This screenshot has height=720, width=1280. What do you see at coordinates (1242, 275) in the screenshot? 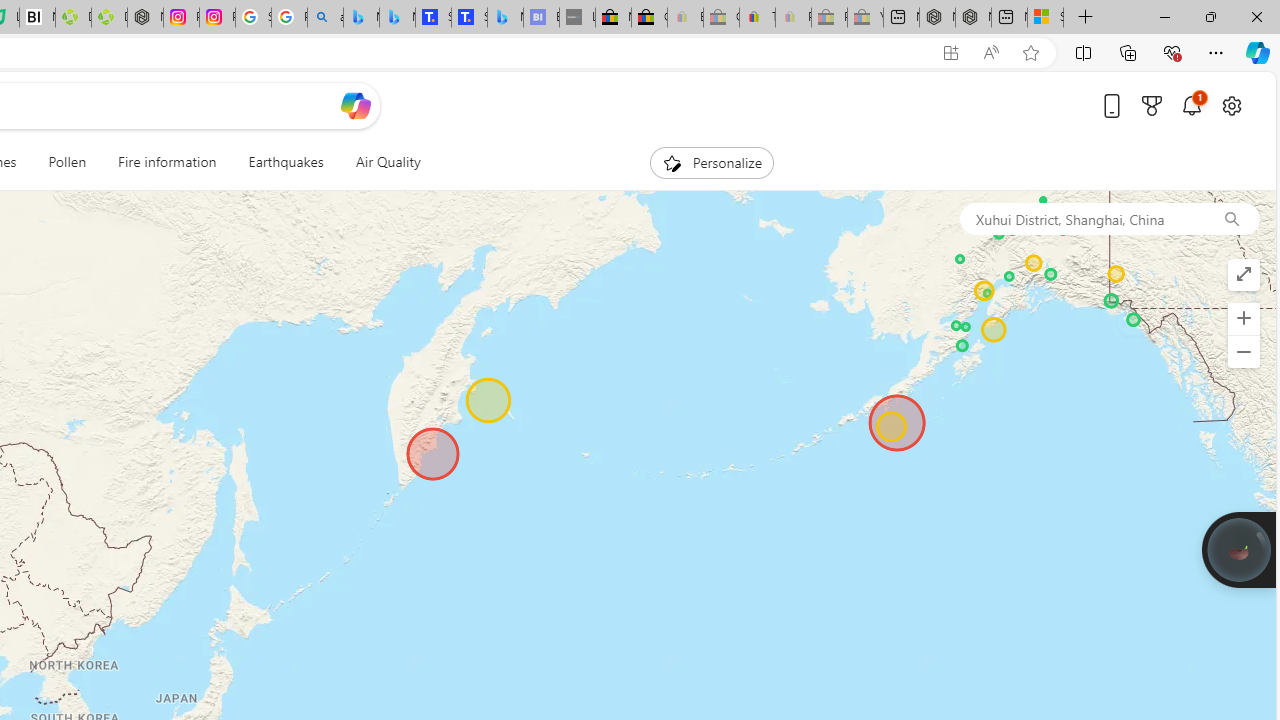
I see `'Enter full screen mode'` at bounding box center [1242, 275].